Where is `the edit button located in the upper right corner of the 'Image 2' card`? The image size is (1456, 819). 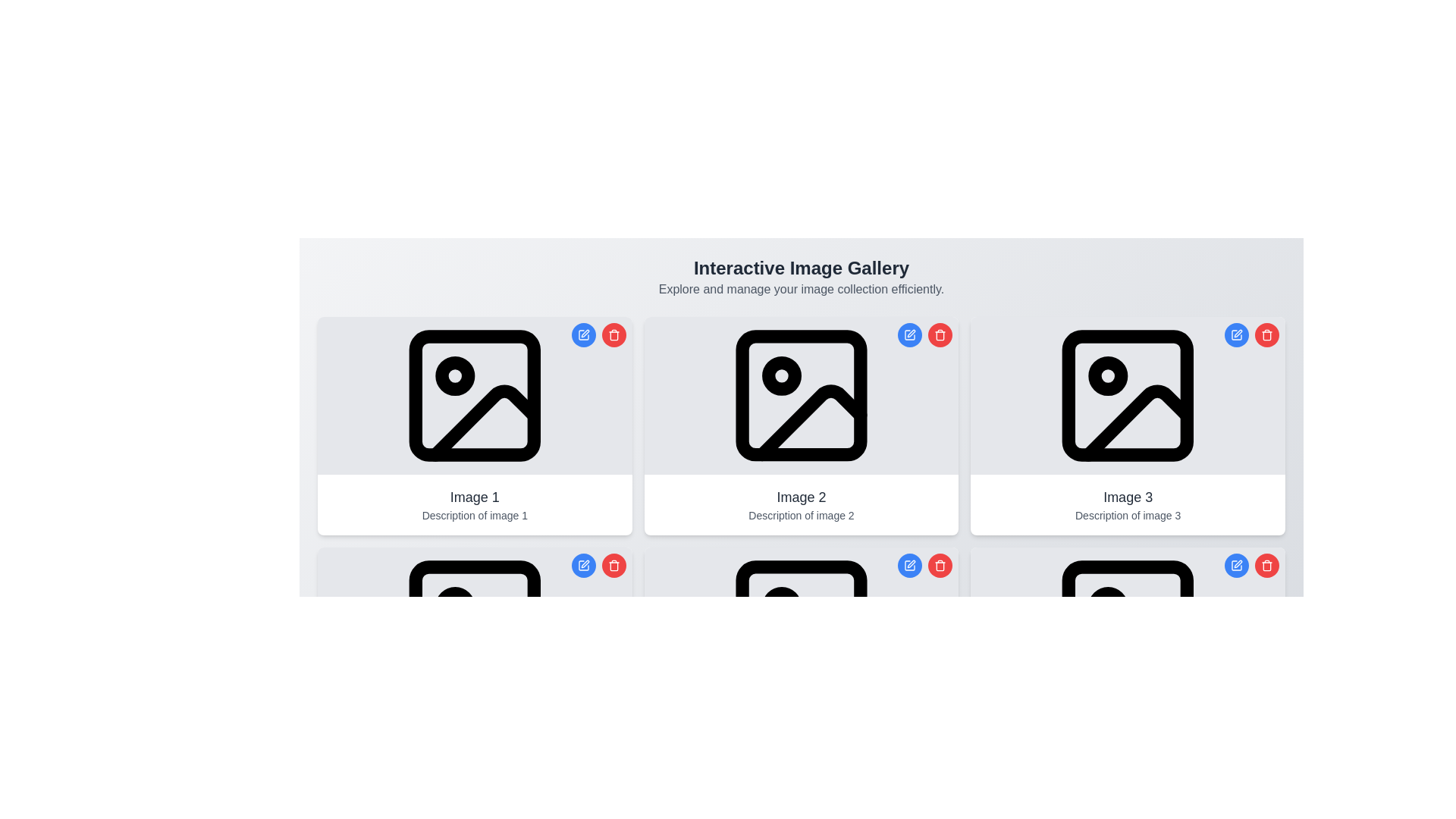 the edit button located in the upper right corner of the 'Image 2' card is located at coordinates (582, 565).